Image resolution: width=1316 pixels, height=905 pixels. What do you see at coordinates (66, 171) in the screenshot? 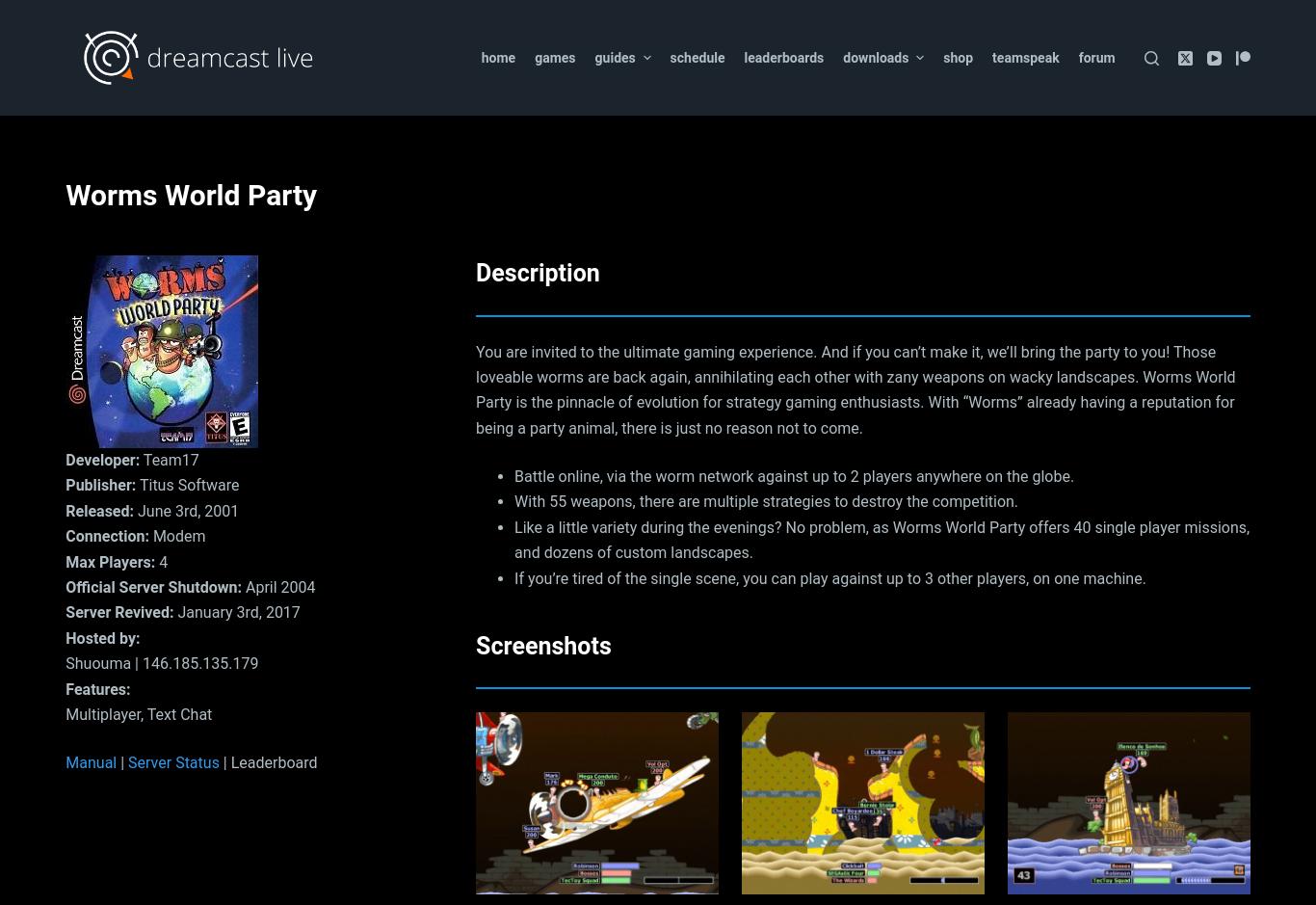
I see `'Excellent'` at bounding box center [66, 171].